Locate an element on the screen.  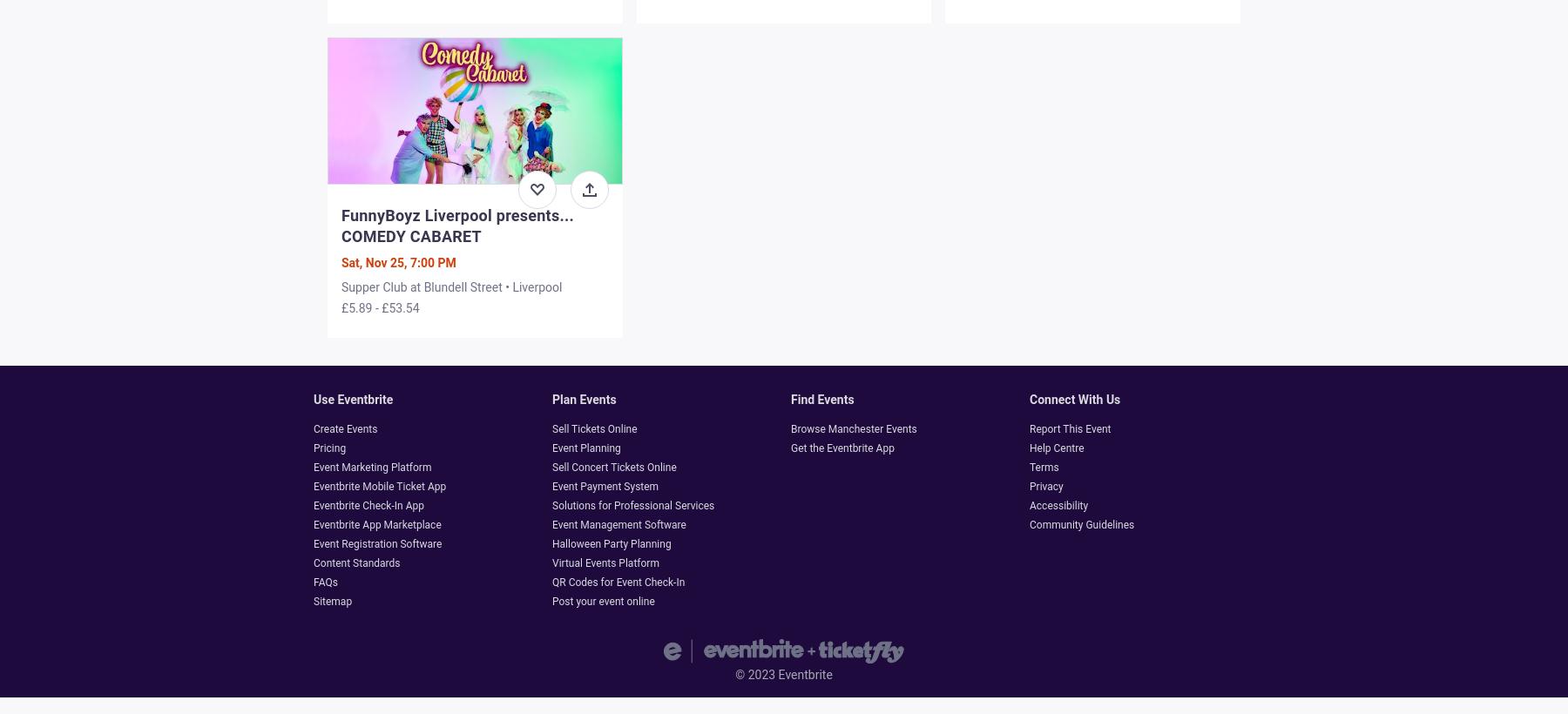
'Eventbrite Check-In App' is located at coordinates (368, 505).